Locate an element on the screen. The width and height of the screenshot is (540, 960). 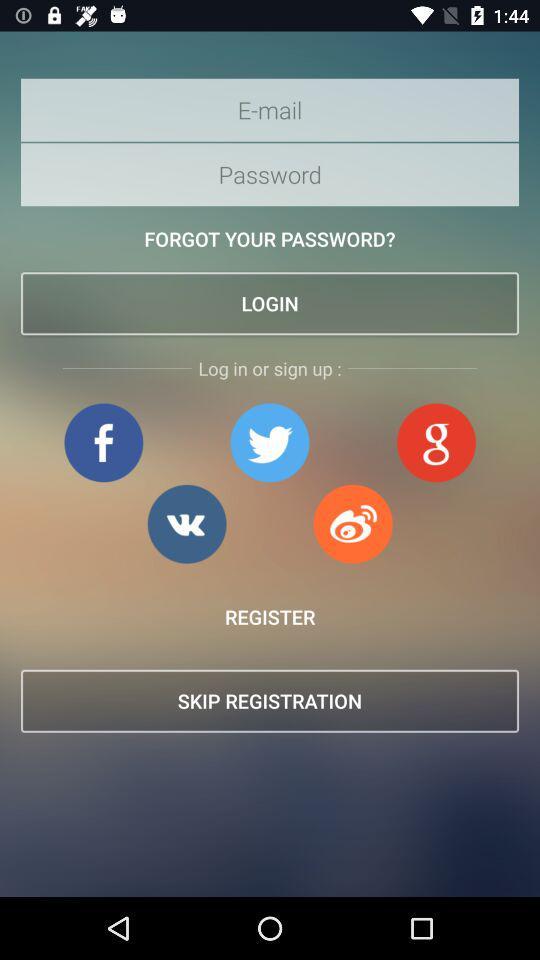
the register item is located at coordinates (270, 616).